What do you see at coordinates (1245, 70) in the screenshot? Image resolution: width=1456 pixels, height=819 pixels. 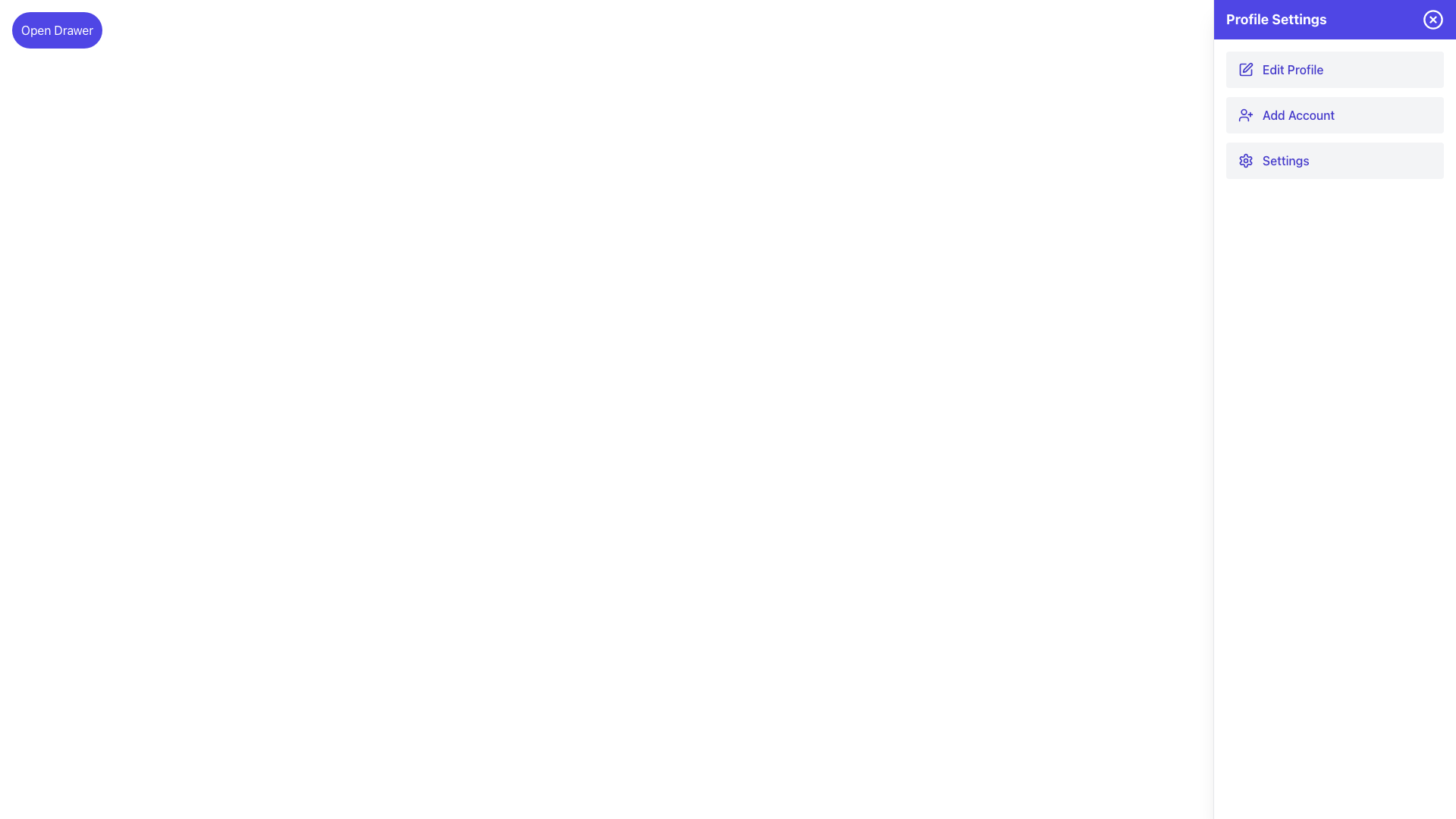 I see `the decorative vector graphic icon that is left-aligned with the 'Edit Profile' label in the 'Profile Settings' section` at bounding box center [1245, 70].